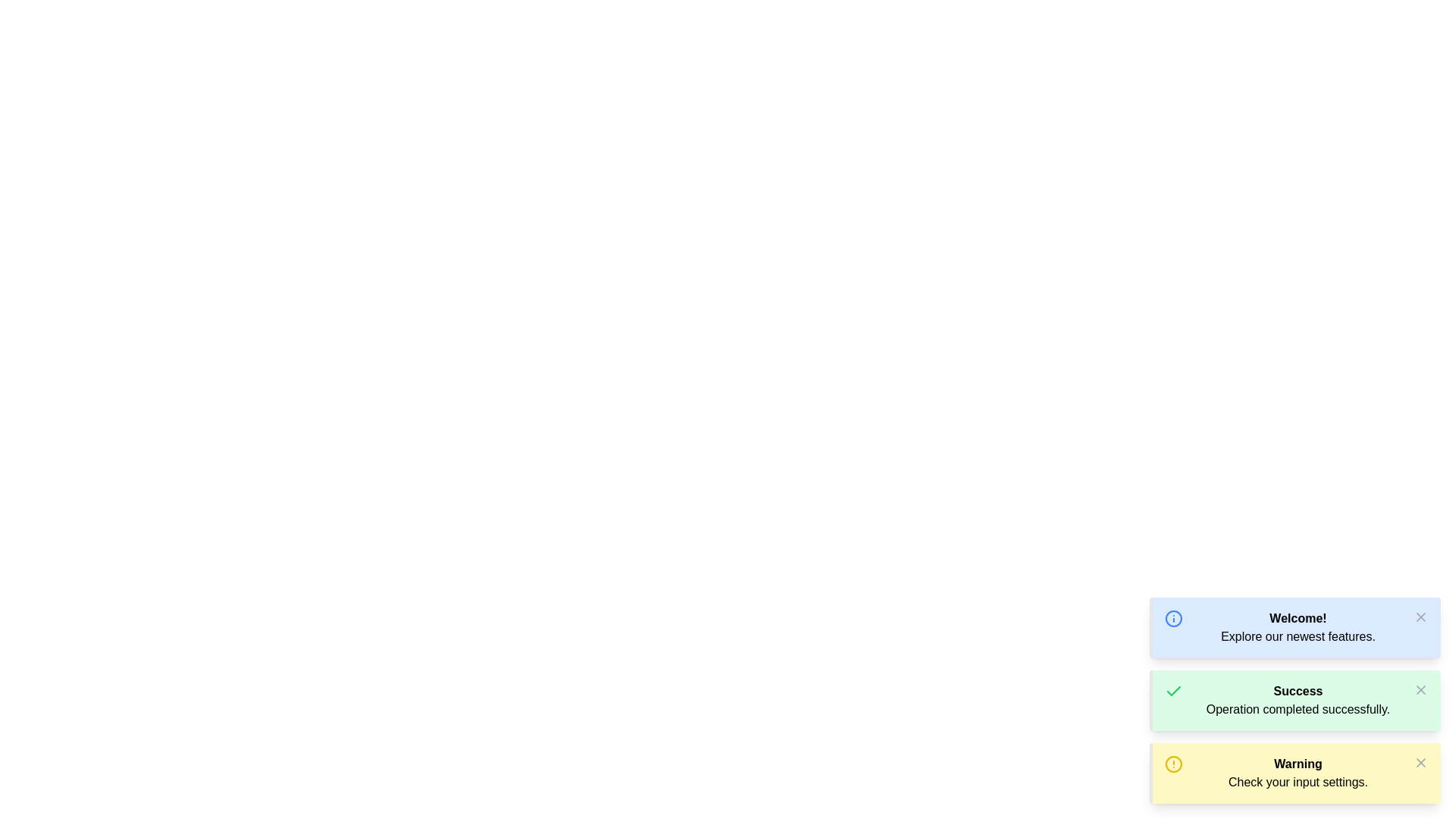 The image size is (1456, 819). Describe the element at coordinates (1173, 691) in the screenshot. I see `the success indication icon located at the top left of the 'Success' notification card, which is slightly to the left of the text 'Success'` at that location.